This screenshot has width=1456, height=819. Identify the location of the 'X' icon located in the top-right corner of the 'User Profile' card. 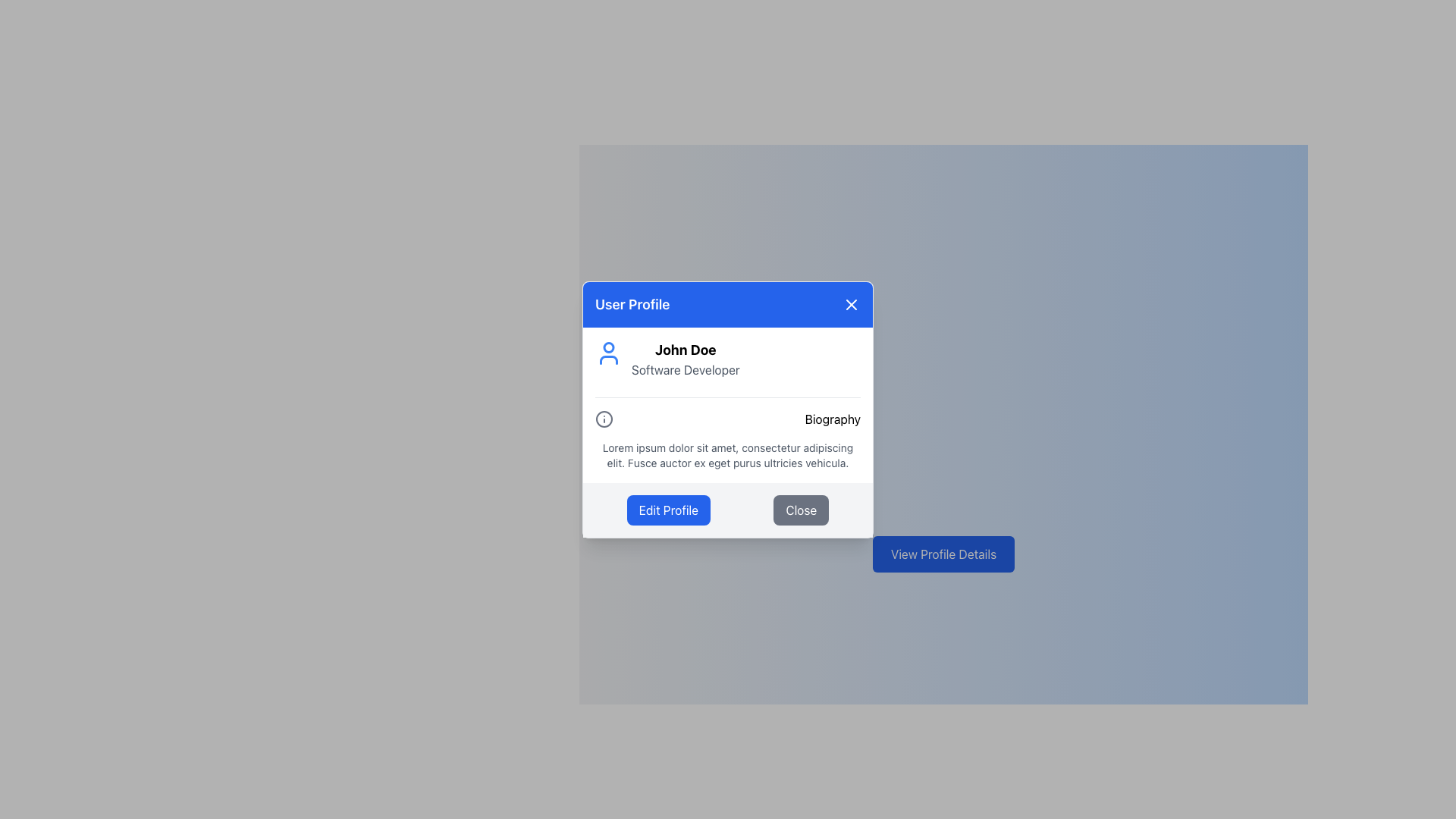
(852, 304).